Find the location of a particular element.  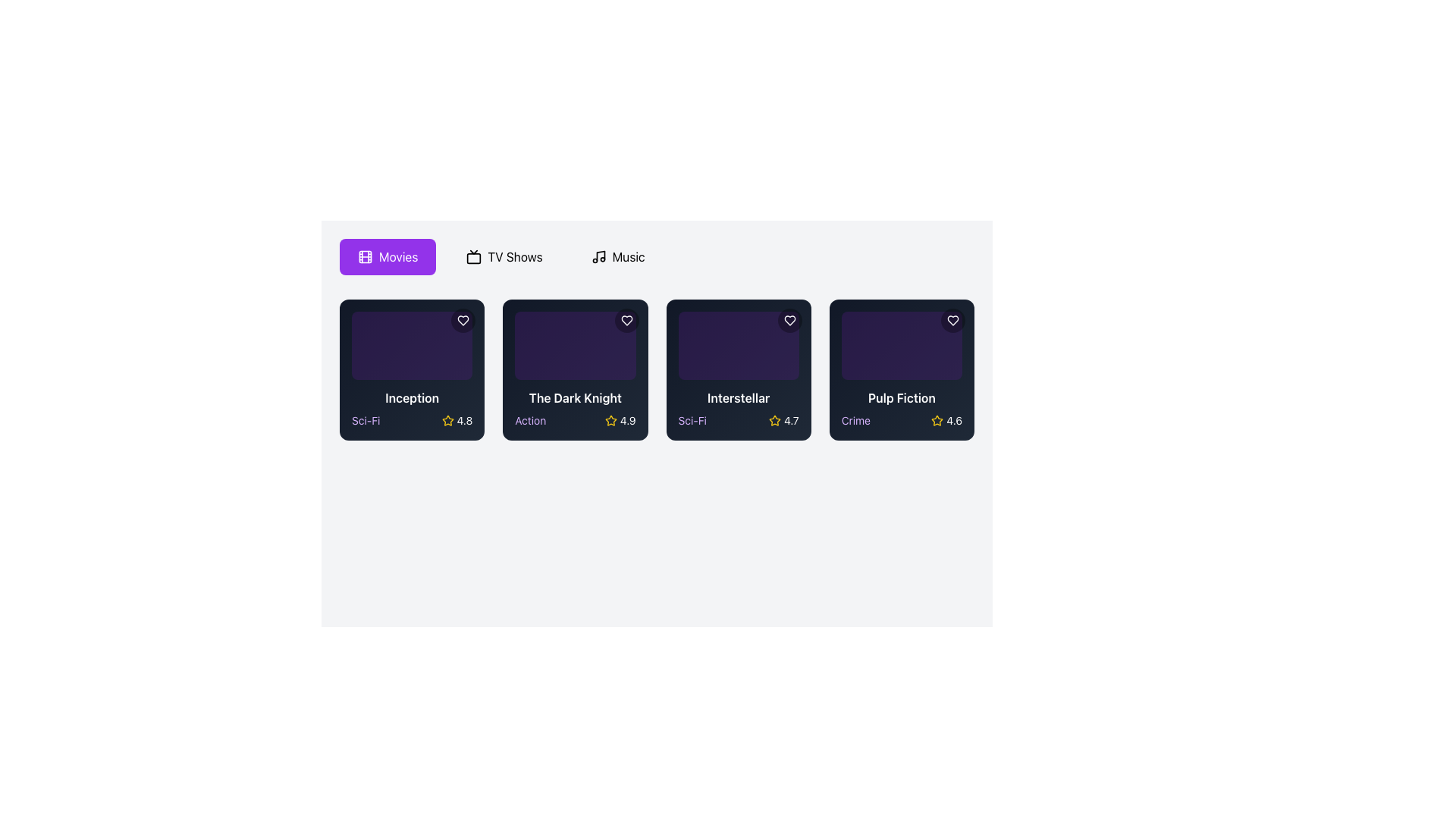

the movie display card showcasing its title, genre, and rating, located as the third card in a row of four cards, between 'The Dark Knight' and 'Pulp Fiction' is located at coordinates (739, 369).